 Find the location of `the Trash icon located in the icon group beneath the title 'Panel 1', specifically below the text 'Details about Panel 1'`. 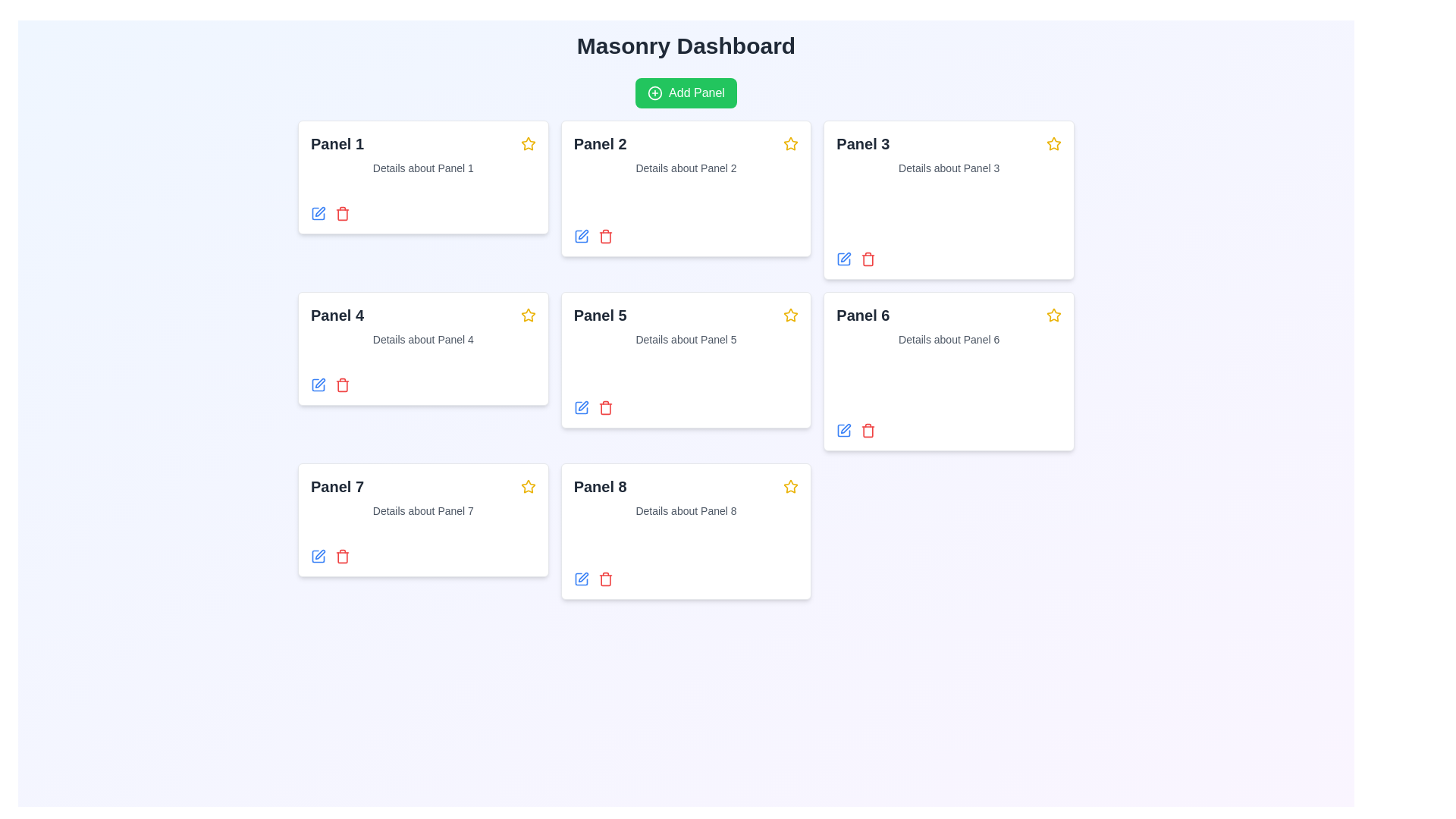

the Trash icon located in the icon group beneath the title 'Panel 1', specifically below the text 'Details about Panel 1' is located at coordinates (341, 214).